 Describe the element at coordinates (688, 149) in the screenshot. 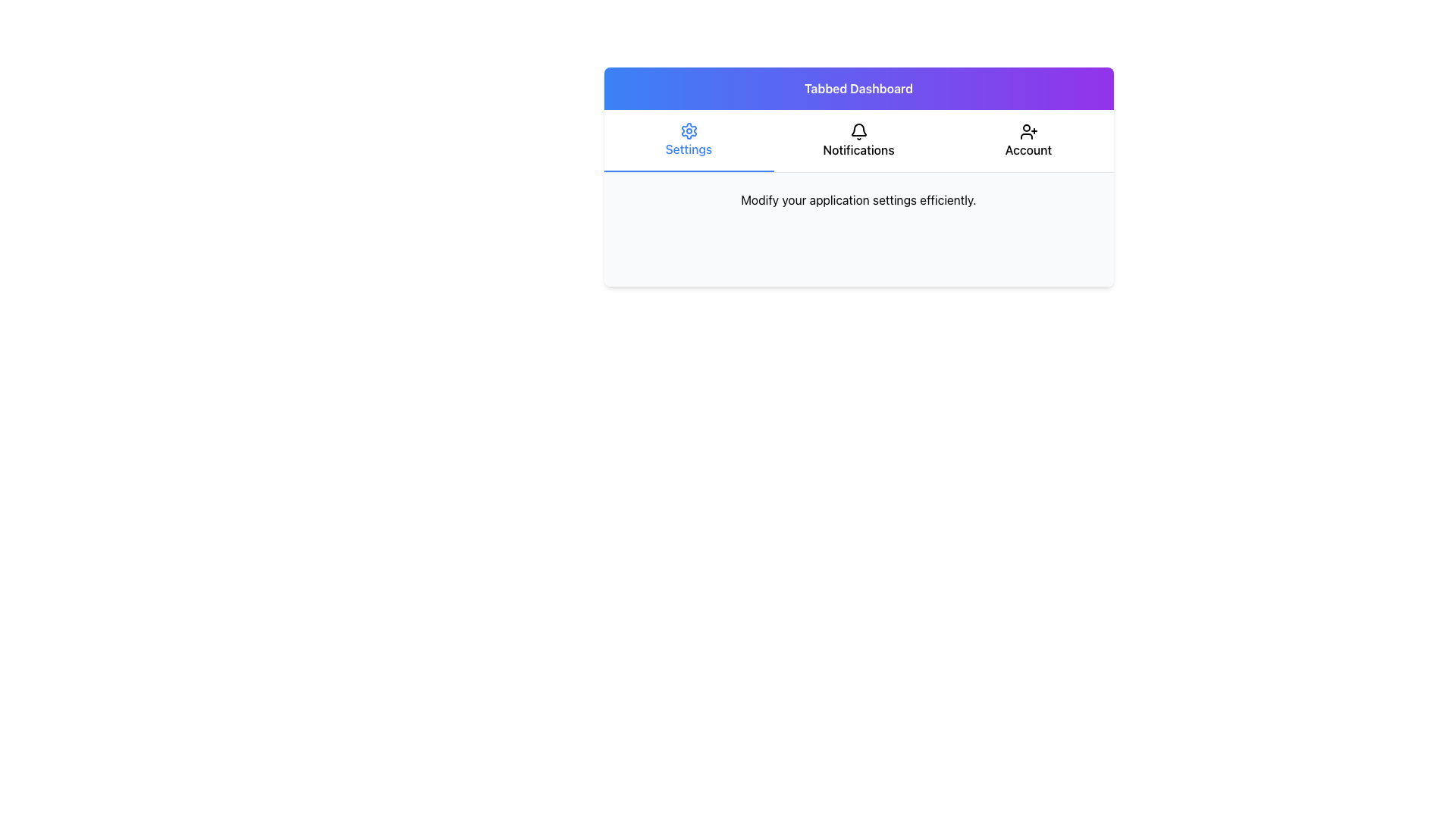

I see `the blue text label that reads 'Settings', which is centrally located below the gear icon in the leftmost tab of the navigation bar` at that location.